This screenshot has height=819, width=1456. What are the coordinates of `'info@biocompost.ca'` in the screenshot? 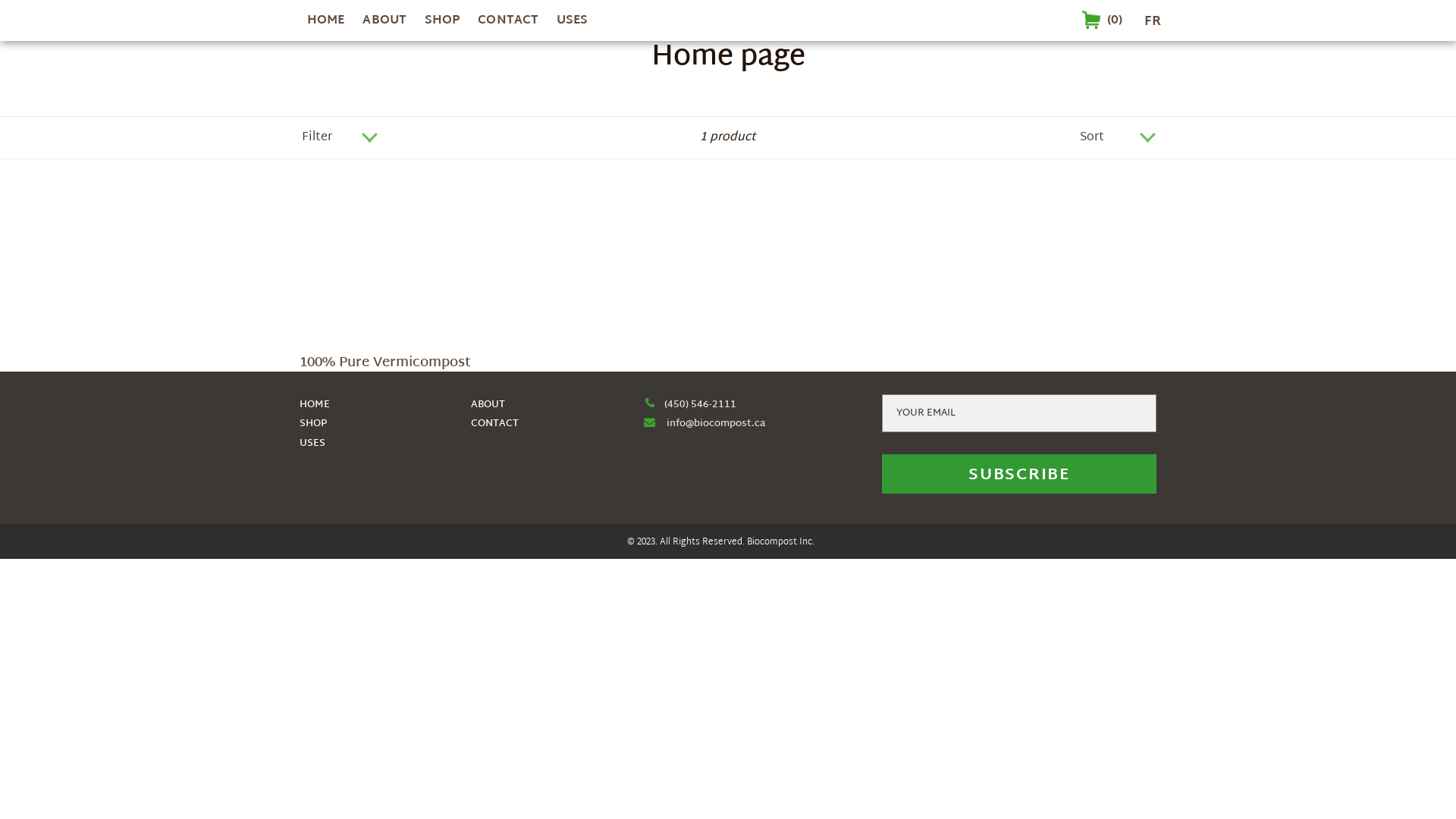 It's located at (715, 424).